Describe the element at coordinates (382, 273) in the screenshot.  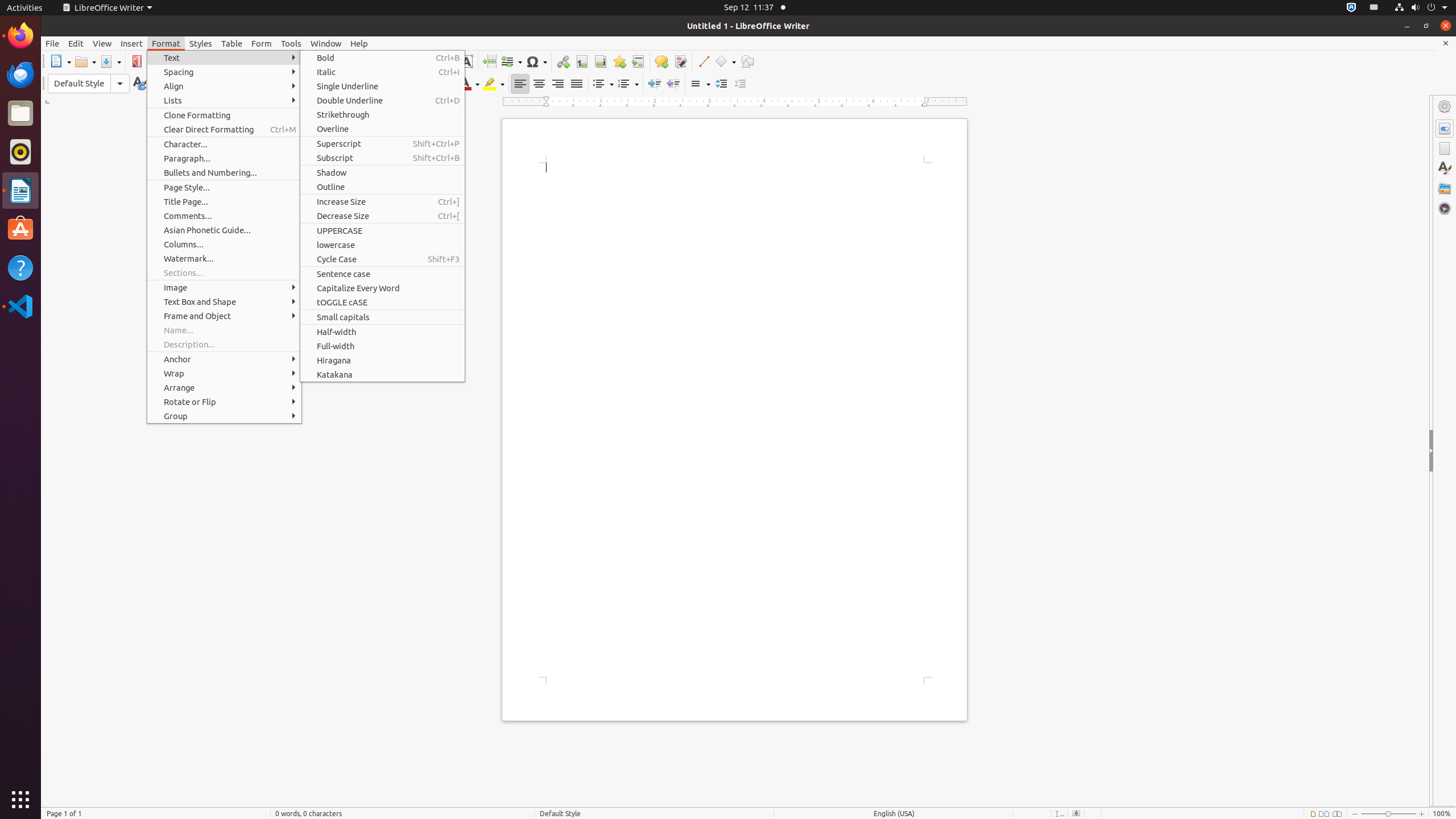
I see `'Sentence case'` at that location.